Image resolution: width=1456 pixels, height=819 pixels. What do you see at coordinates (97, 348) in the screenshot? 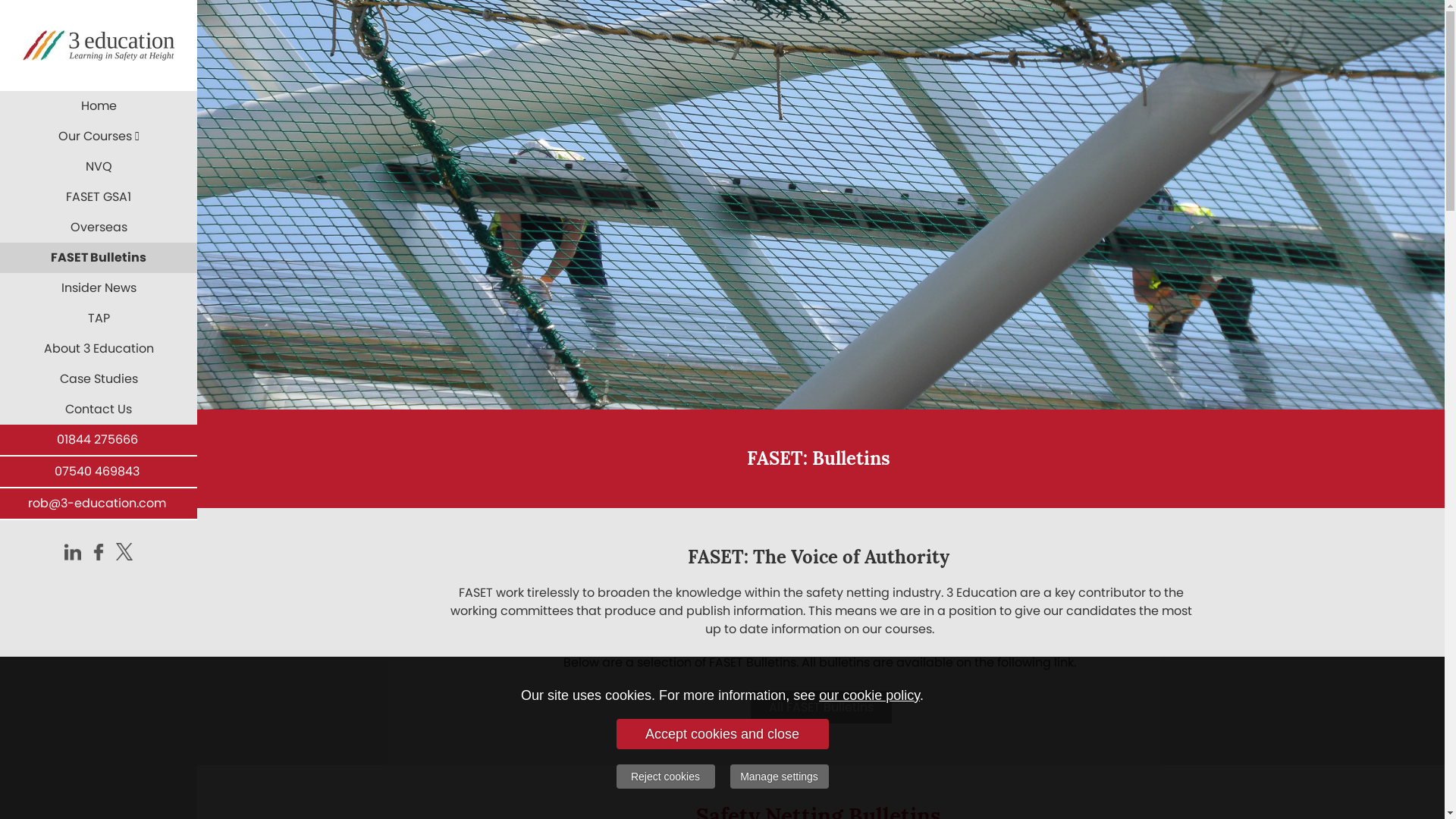
I see `'About 3 Education'` at bounding box center [97, 348].